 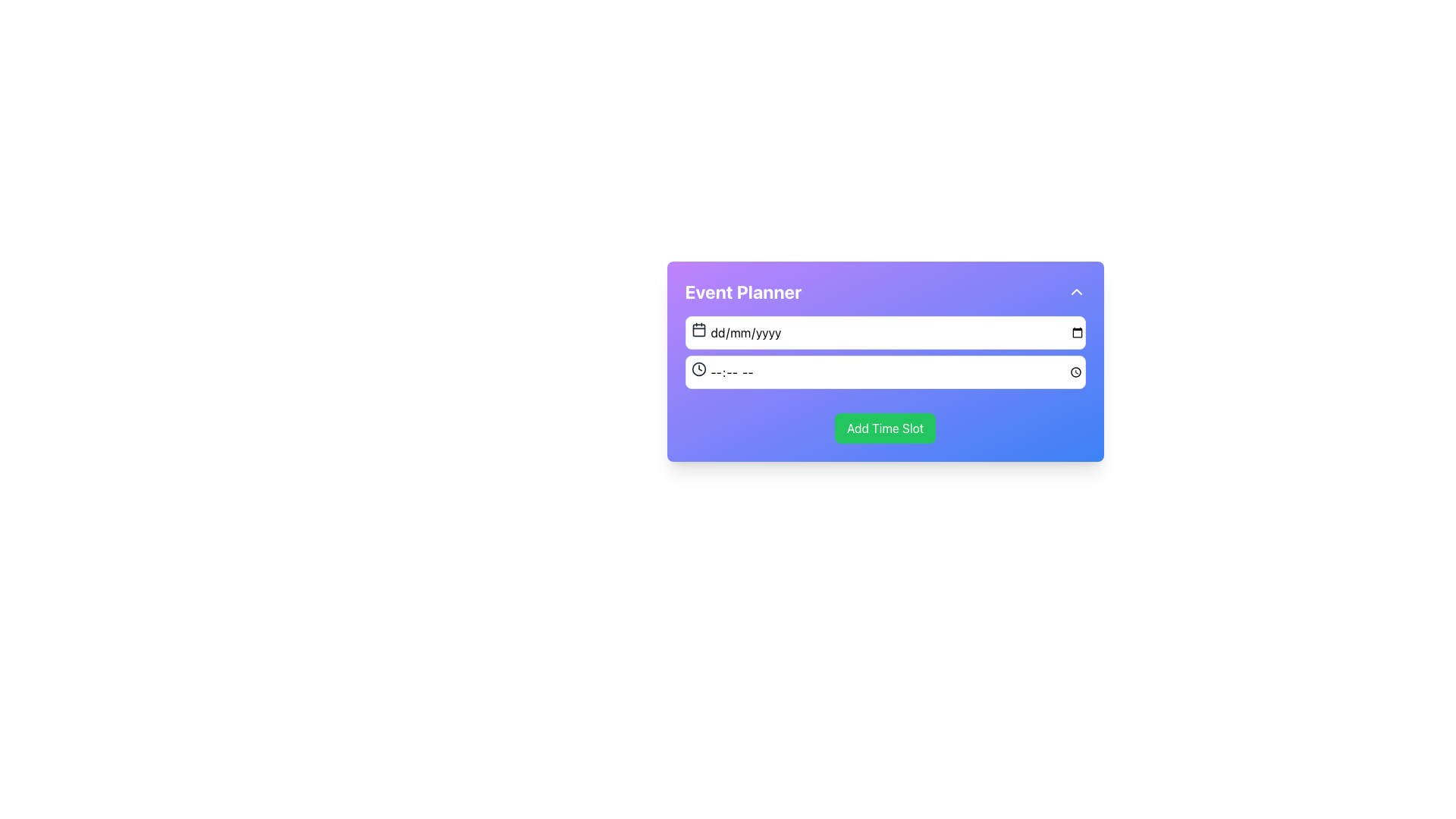 I want to click on the icon that visually indicates the time input field in the 'Event Planner' form, located on the second row to the left of the time input field, so click(x=698, y=369).